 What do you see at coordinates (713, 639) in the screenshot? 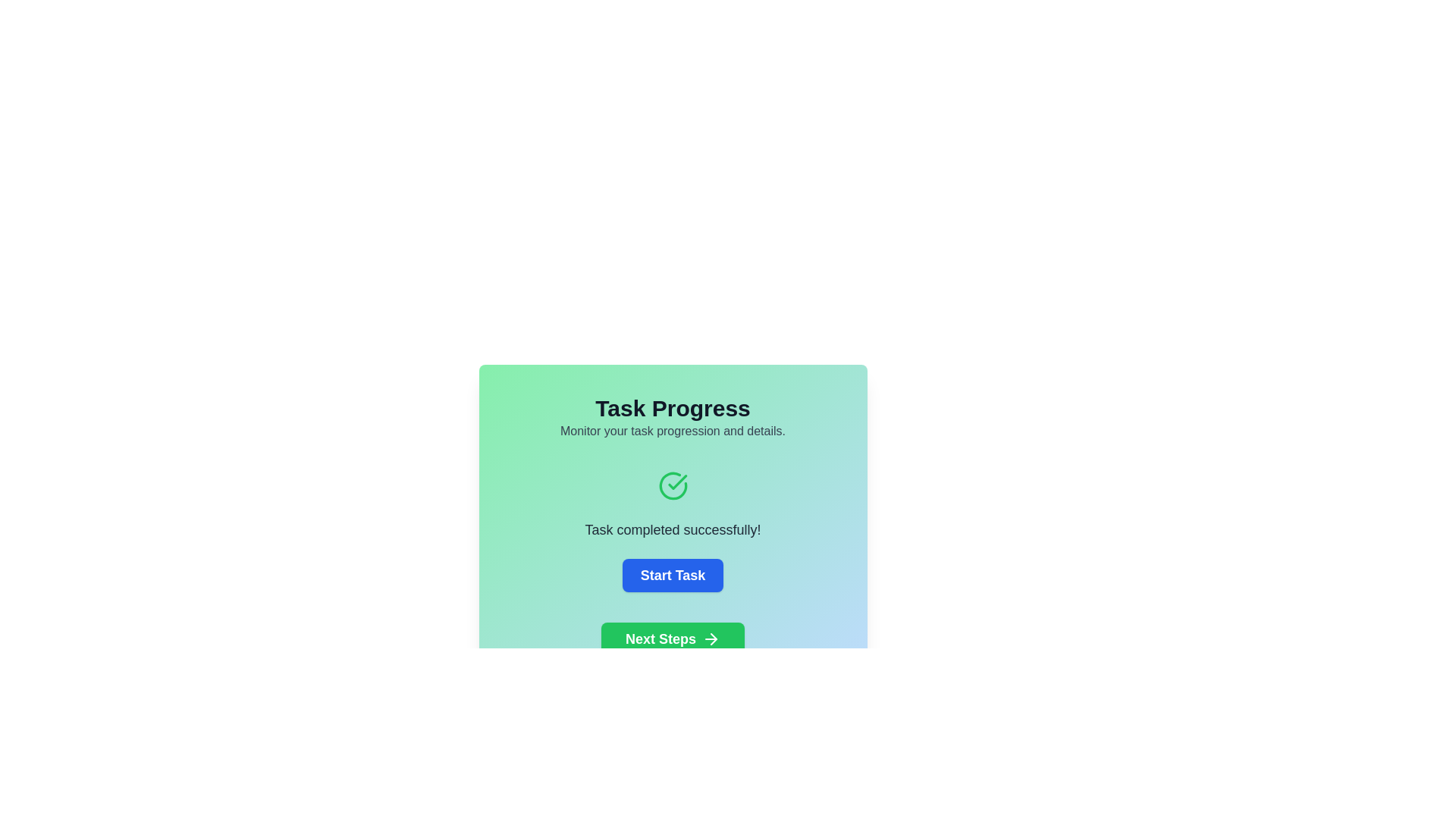
I see `the right-pointing triangular arrow icon below the 'Next Steps' label` at bounding box center [713, 639].